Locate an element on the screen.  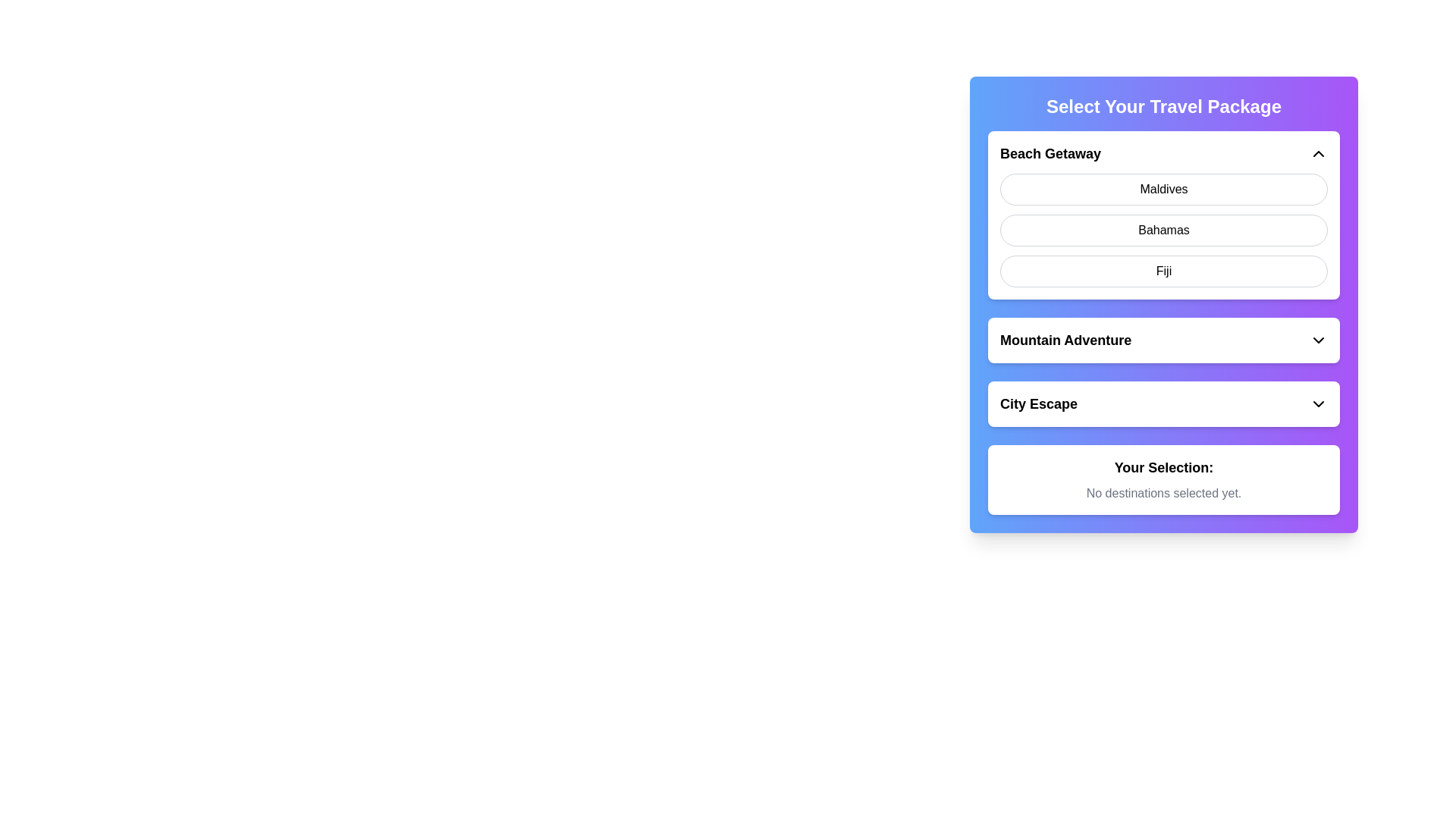
the 'Fiji' button, which is a rectangular button with rounded corners displaying the text 'Fiji' in black on a white background, located in the 'Beach Getaway' section is located at coordinates (1163, 271).